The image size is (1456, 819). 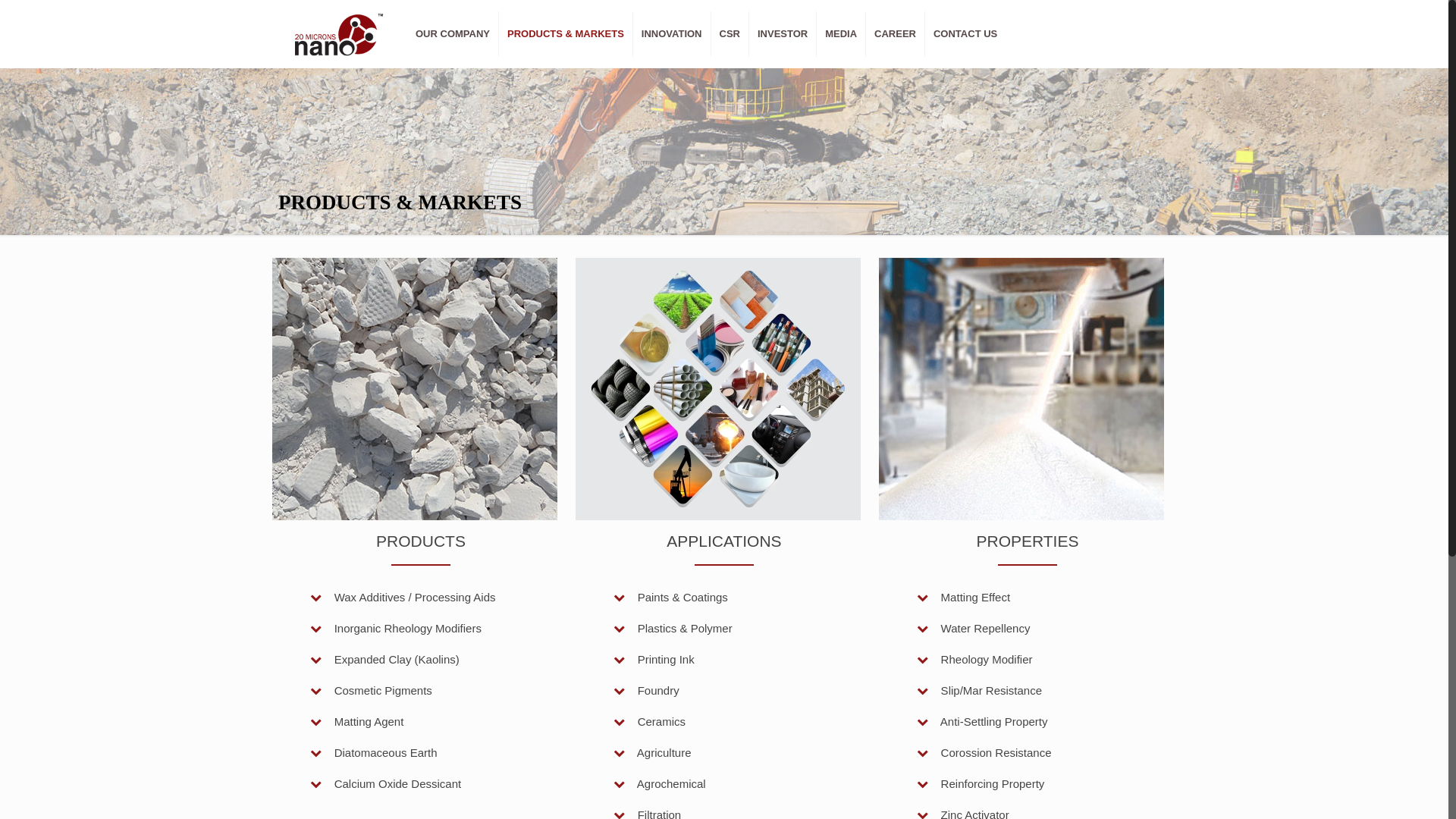 I want to click on 'PRODUCTS & MARKETS', so click(x=498, y=34).